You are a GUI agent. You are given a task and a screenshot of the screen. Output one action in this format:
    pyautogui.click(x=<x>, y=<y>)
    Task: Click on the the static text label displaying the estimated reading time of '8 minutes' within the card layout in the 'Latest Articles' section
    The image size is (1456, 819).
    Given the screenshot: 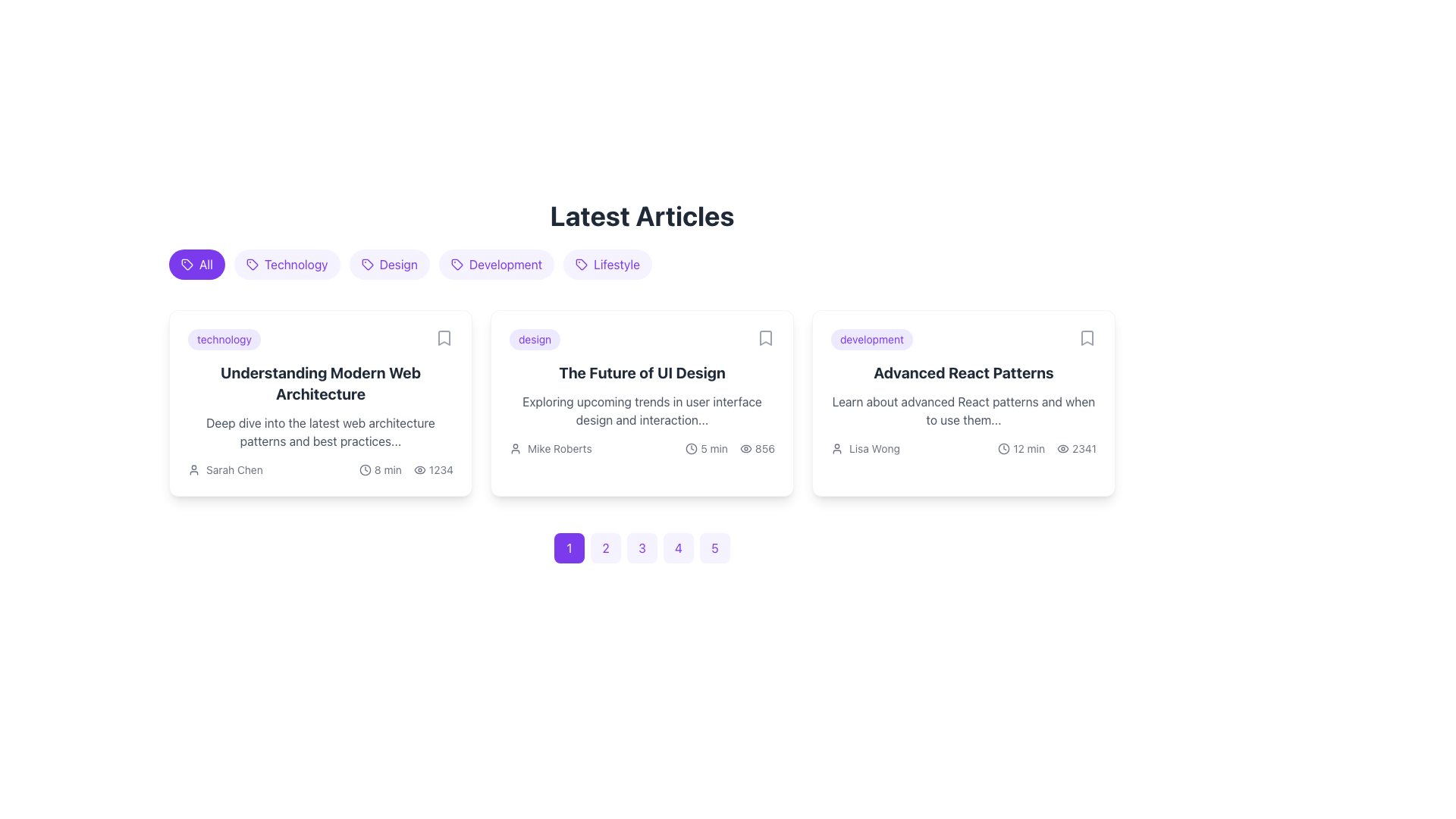 What is the action you would take?
    pyautogui.click(x=388, y=469)
    